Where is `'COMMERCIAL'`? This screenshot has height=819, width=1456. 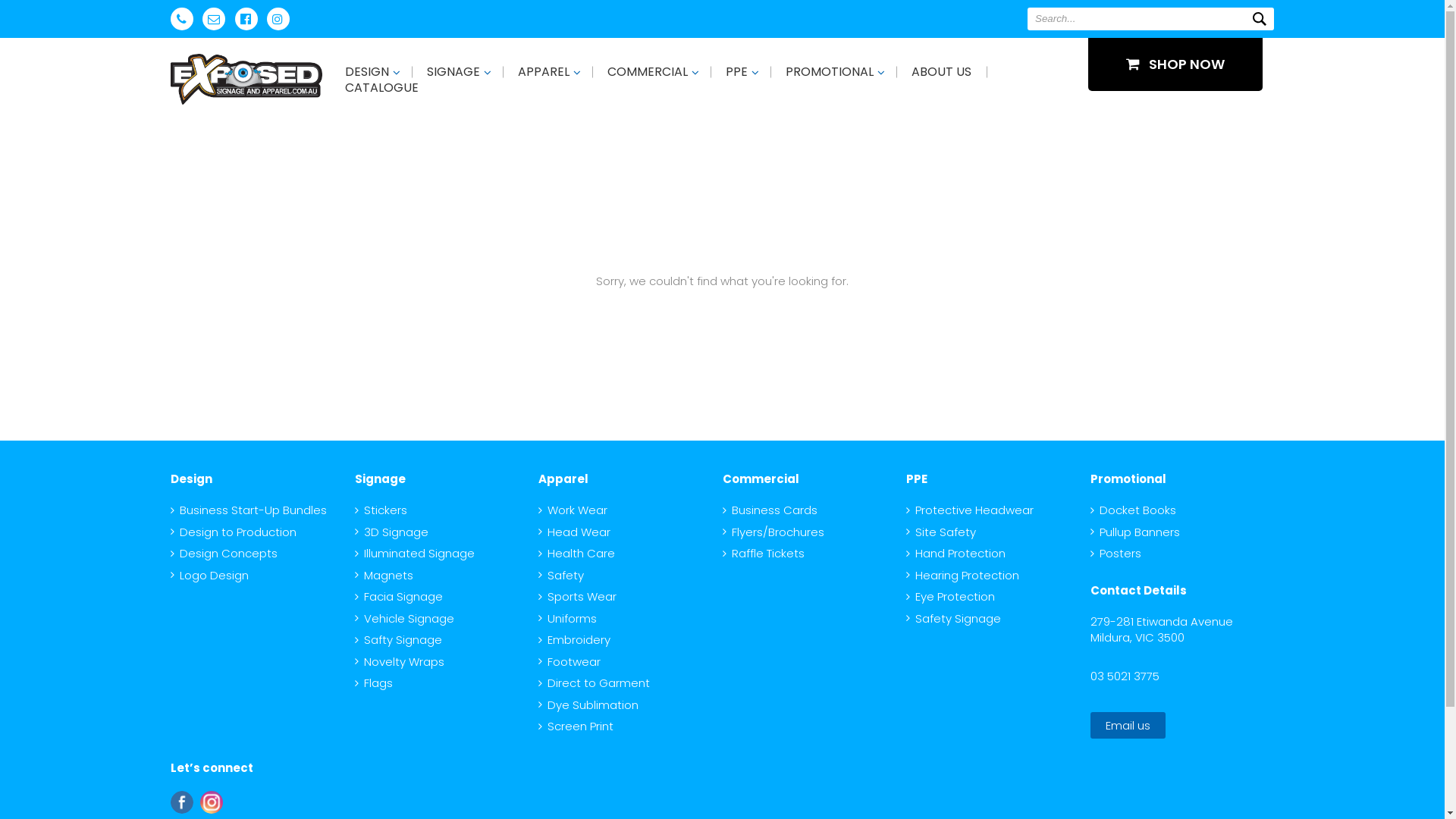
'COMMERCIAL' is located at coordinates (648, 71).